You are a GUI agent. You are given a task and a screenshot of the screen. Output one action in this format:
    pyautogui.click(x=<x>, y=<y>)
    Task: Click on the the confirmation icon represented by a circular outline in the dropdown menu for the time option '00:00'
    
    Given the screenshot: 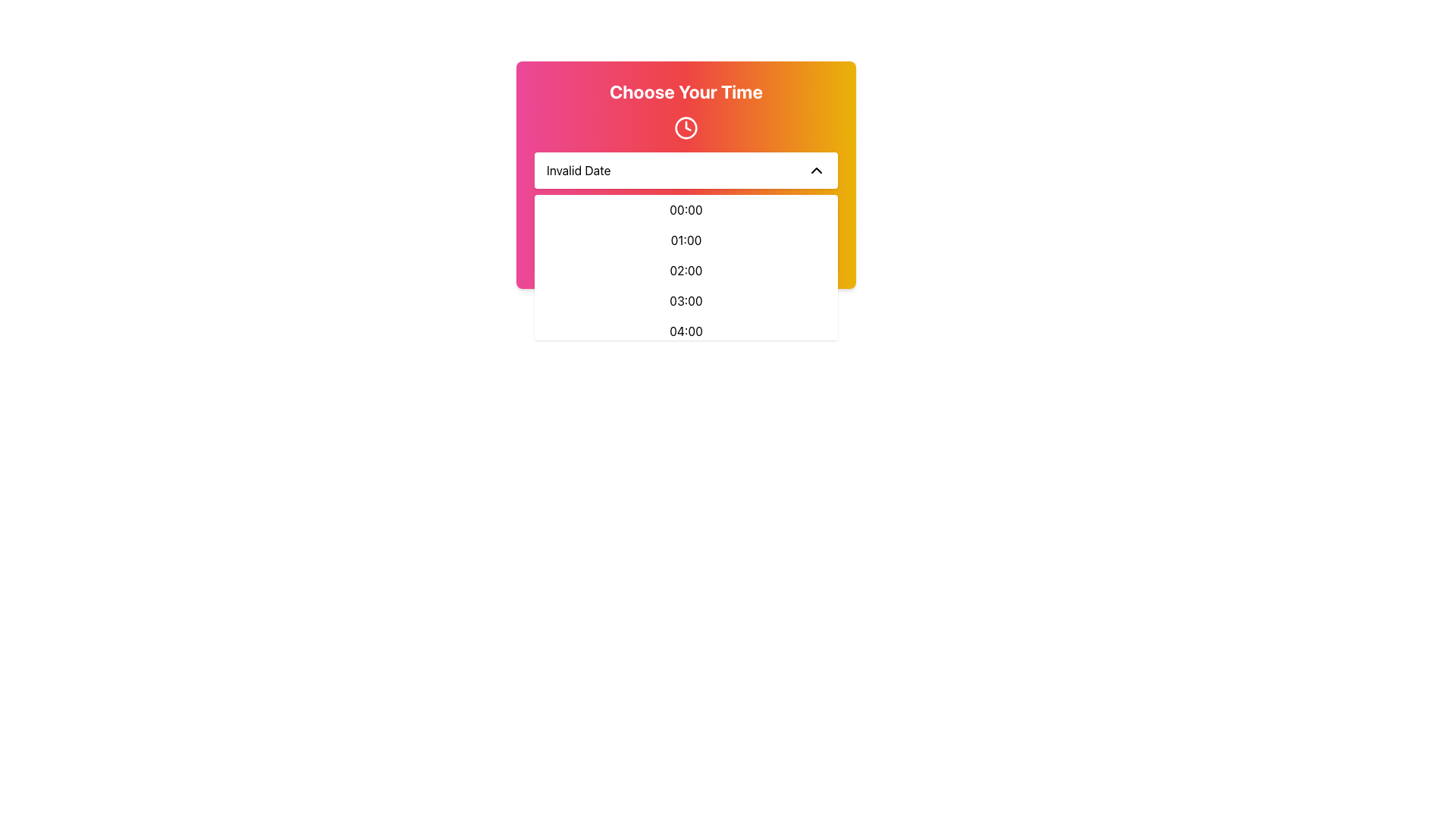 What is the action you would take?
    pyautogui.click(x=686, y=222)
    